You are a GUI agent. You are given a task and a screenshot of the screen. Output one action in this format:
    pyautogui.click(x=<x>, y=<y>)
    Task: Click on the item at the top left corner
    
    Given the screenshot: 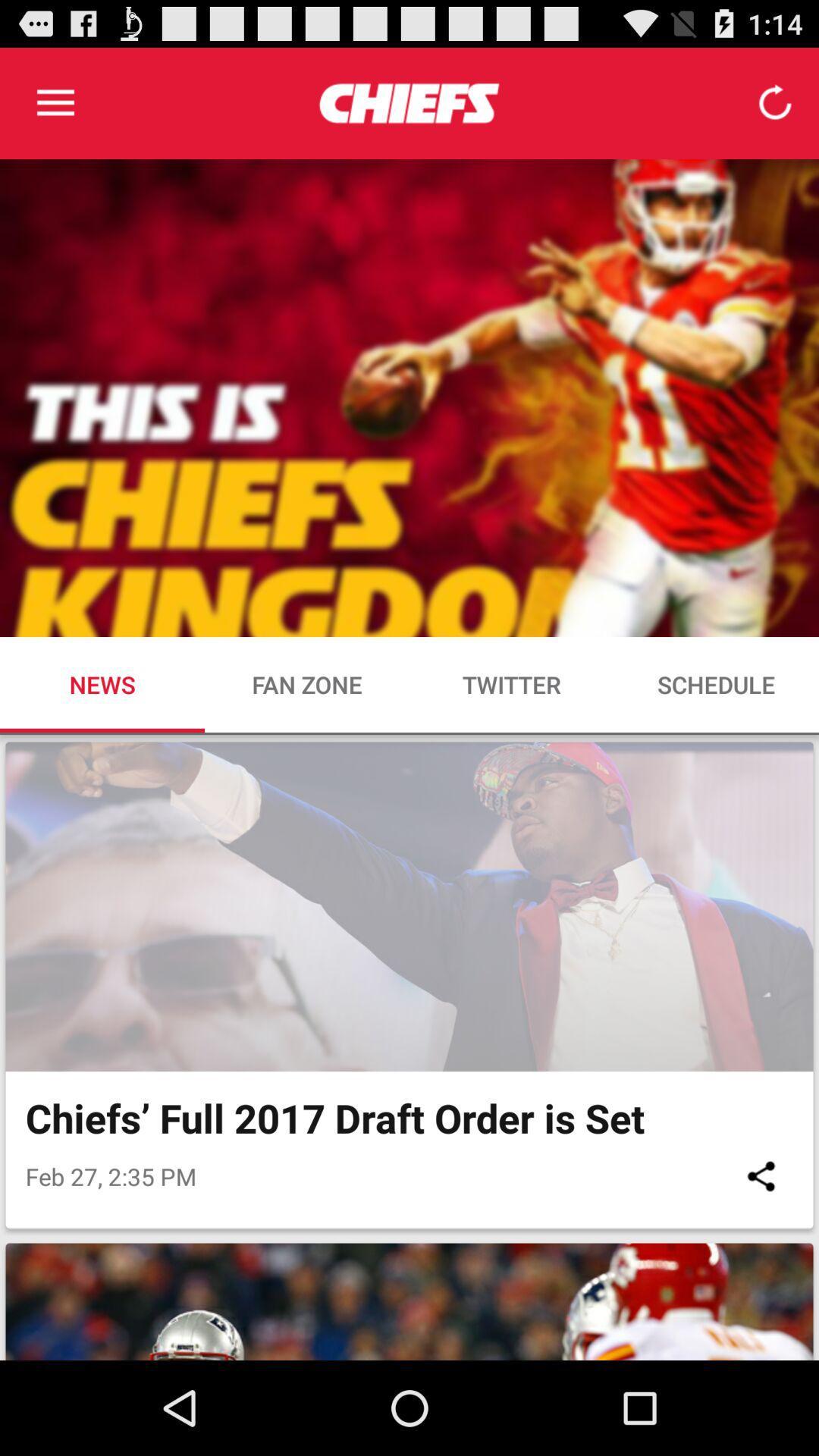 What is the action you would take?
    pyautogui.click(x=55, y=102)
    